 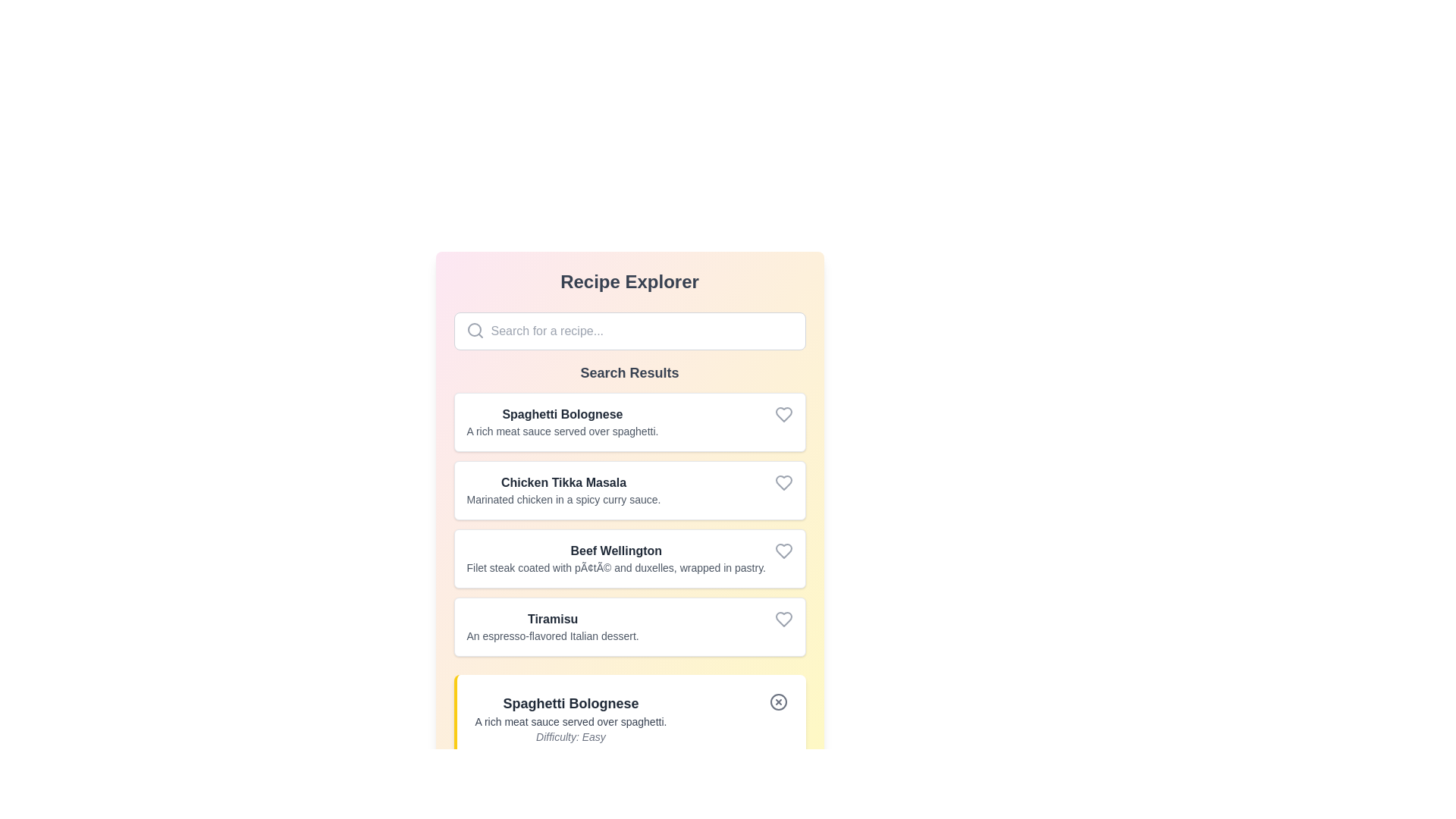 I want to click on the fourth dish card labeled 'Tiramisu' in the 'Search Results' section, so click(x=629, y=626).